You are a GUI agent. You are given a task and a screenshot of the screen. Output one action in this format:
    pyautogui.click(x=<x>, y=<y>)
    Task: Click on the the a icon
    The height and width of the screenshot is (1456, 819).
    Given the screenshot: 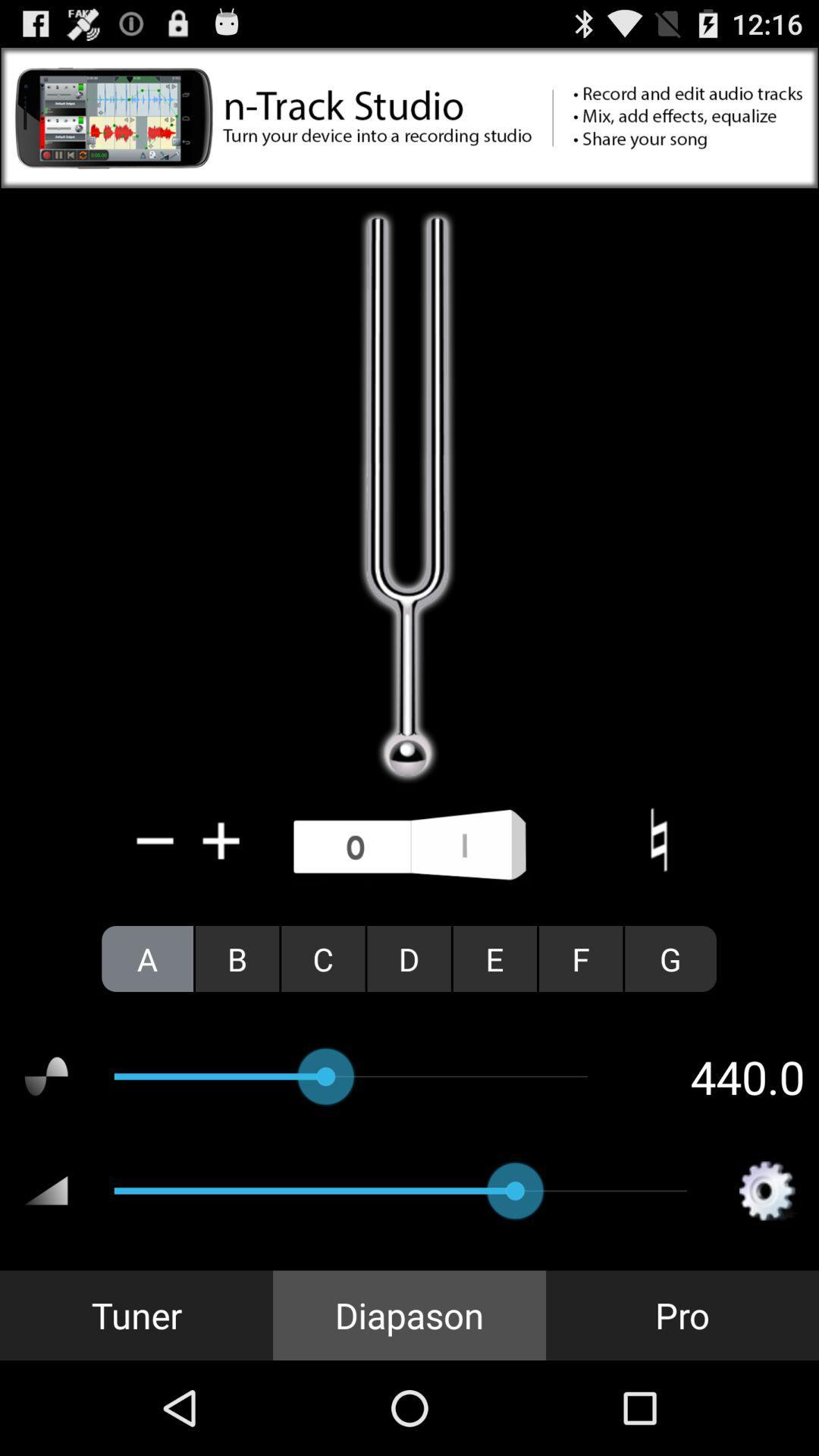 What is the action you would take?
    pyautogui.click(x=147, y=958)
    